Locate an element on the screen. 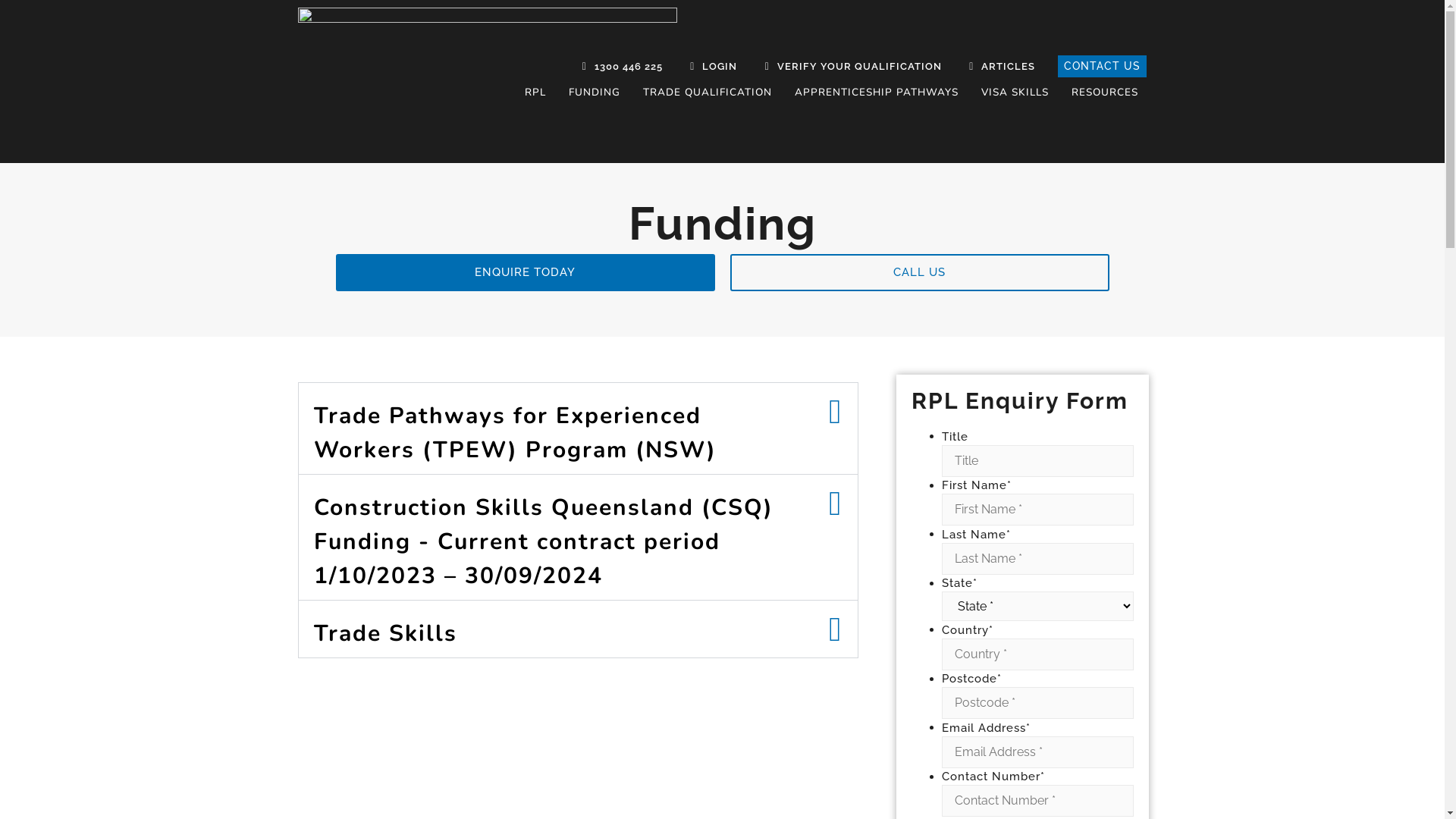  'VISA SKILLS' is located at coordinates (1015, 93).